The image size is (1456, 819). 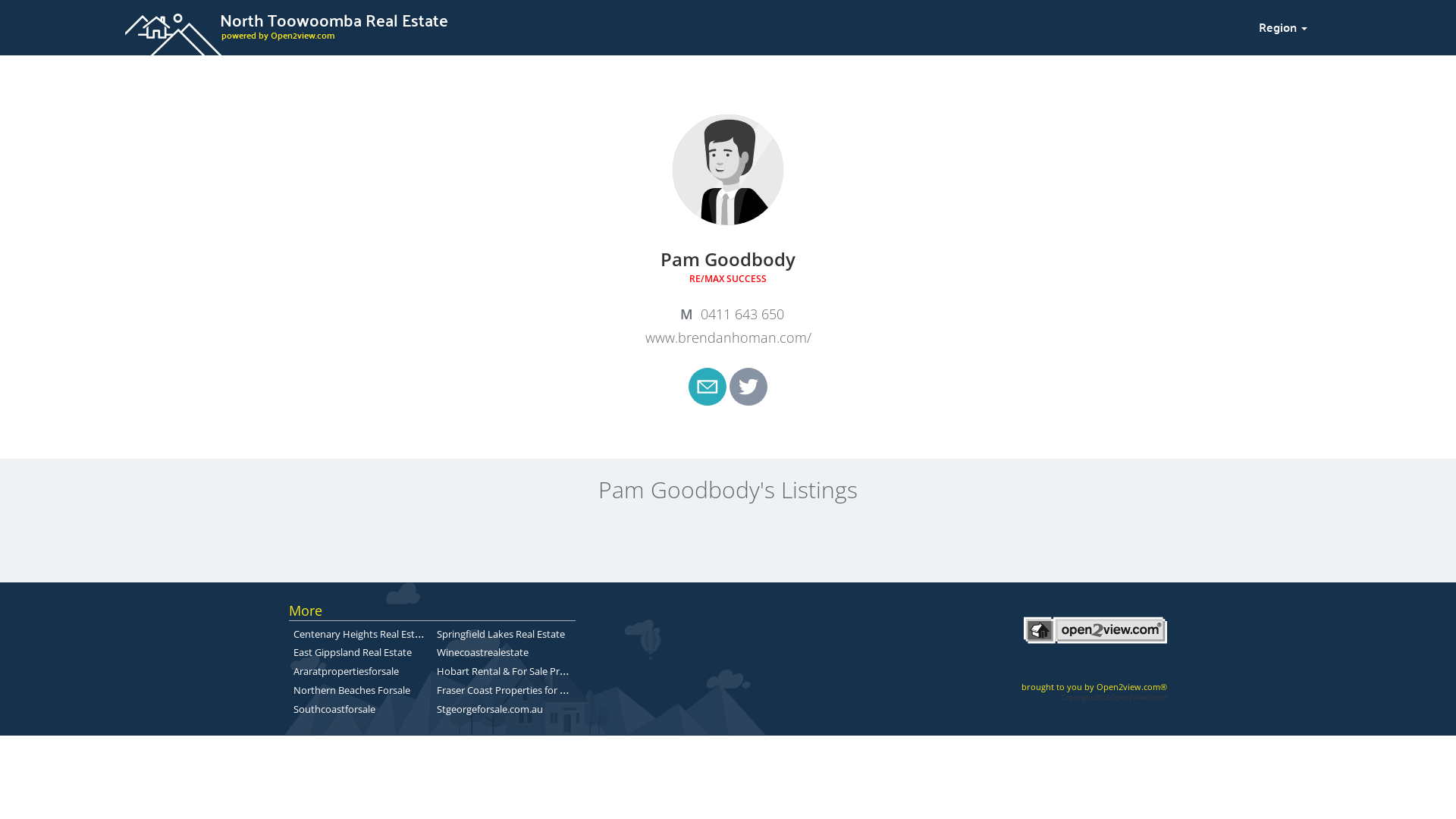 What do you see at coordinates (531, 669) in the screenshot?
I see `'Hobart Rental & For Sale Property Listings'` at bounding box center [531, 669].